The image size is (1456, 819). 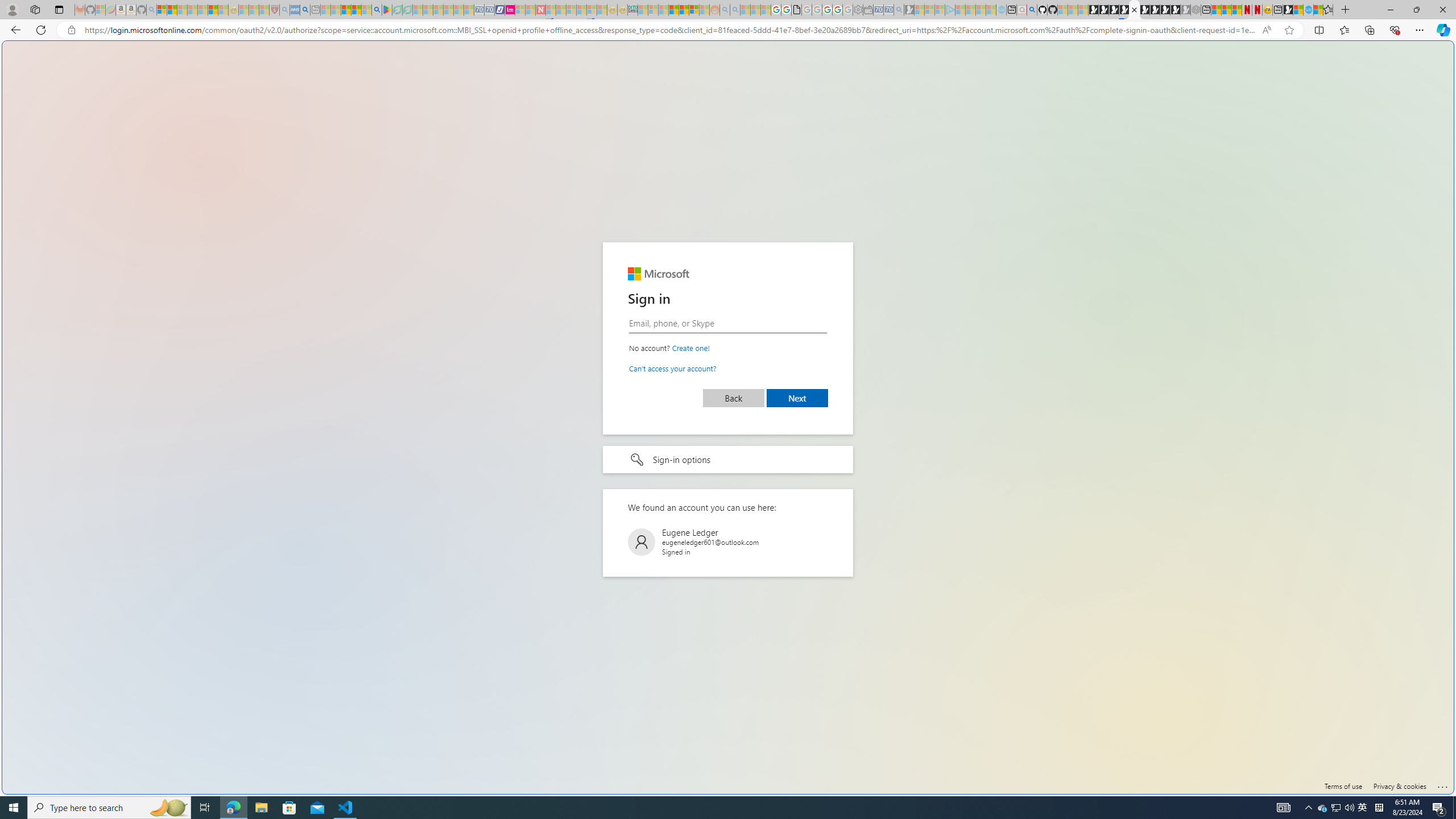 What do you see at coordinates (1442, 784) in the screenshot?
I see `'Click here for troubleshooting information'` at bounding box center [1442, 784].